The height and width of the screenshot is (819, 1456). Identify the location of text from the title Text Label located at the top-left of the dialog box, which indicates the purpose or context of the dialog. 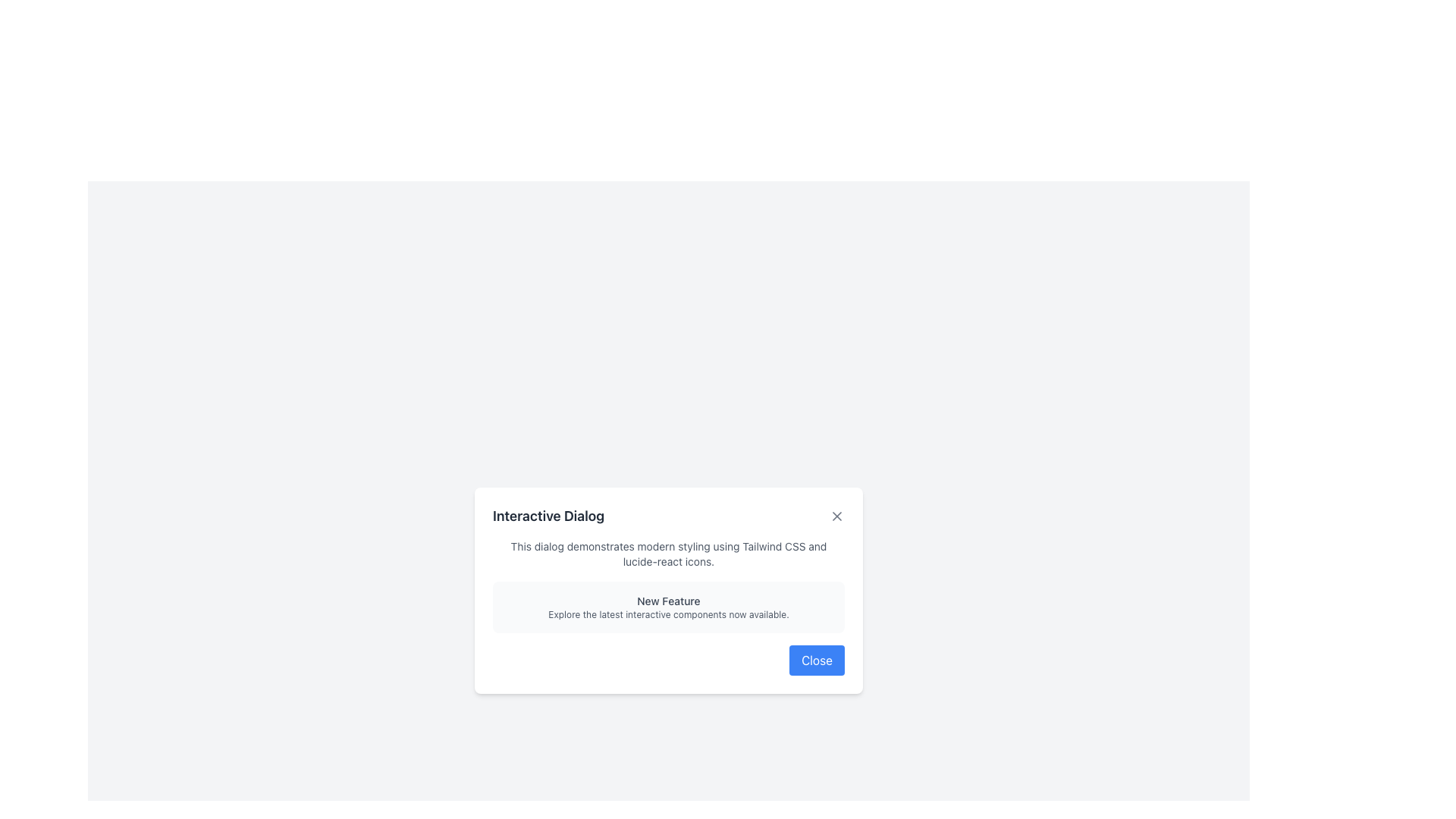
(548, 516).